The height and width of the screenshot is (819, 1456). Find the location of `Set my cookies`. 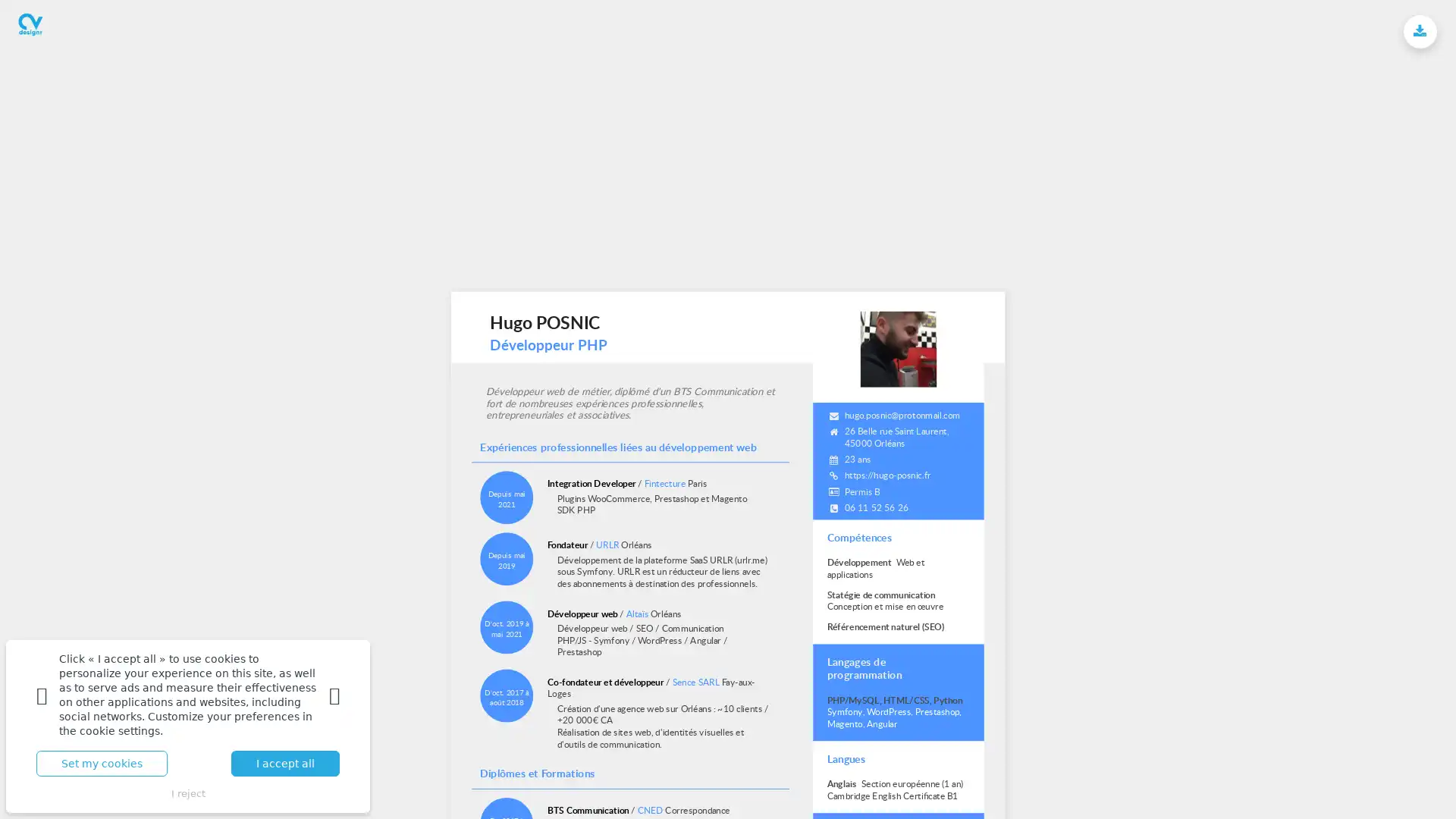

Set my cookies is located at coordinates (101, 763).